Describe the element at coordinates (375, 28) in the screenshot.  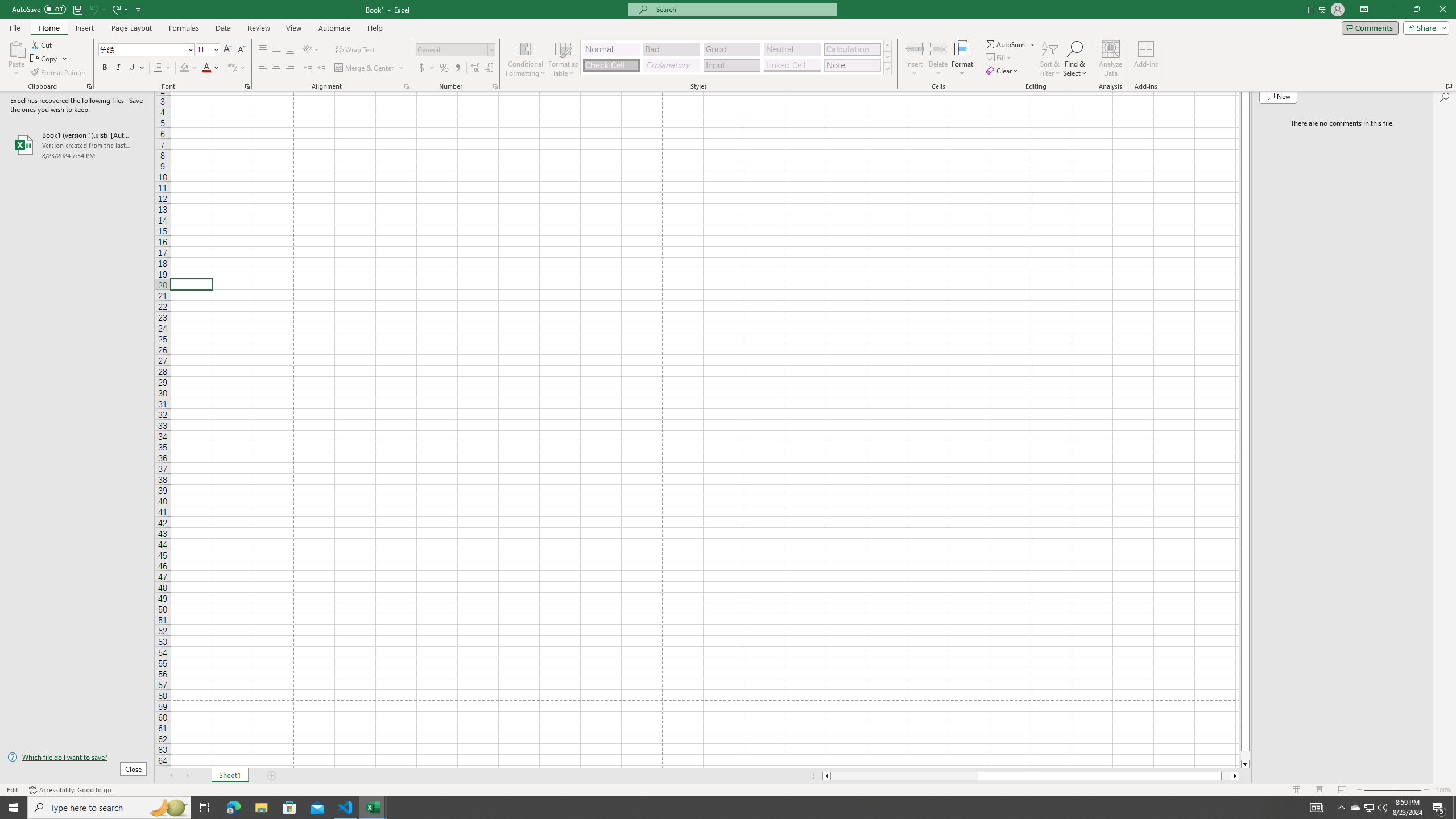
I see `'Help'` at that location.